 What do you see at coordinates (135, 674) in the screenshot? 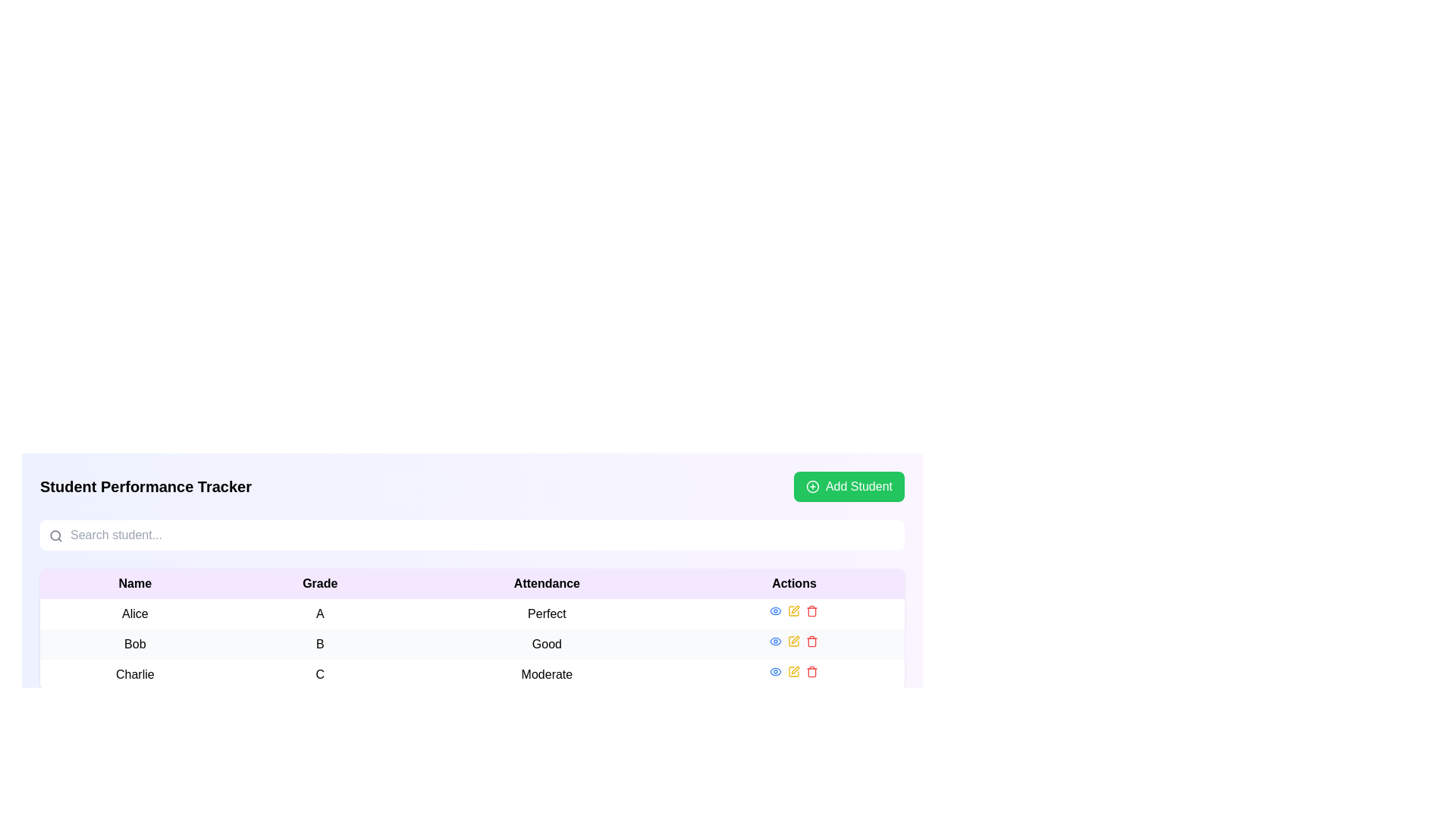
I see `the text label displaying 'Charlie' in bold black font, located in the first column of the last row under the 'Name' header in a table-like layout` at bounding box center [135, 674].